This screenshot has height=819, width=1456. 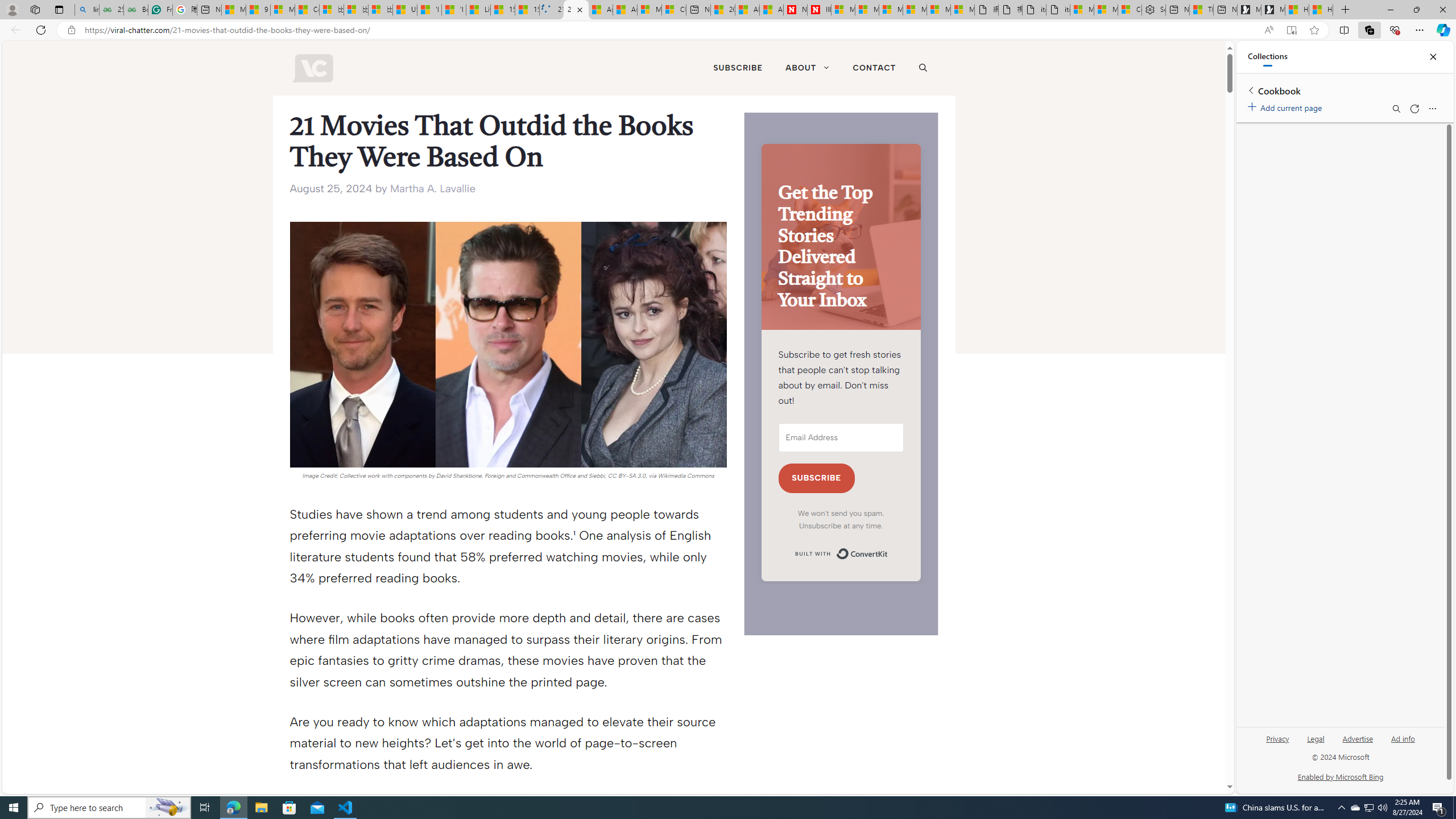 What do you see at coordinates (1250, 90) in the screenshot?
I see `'Back to list of collections'` at bounding box center [1250, 90].